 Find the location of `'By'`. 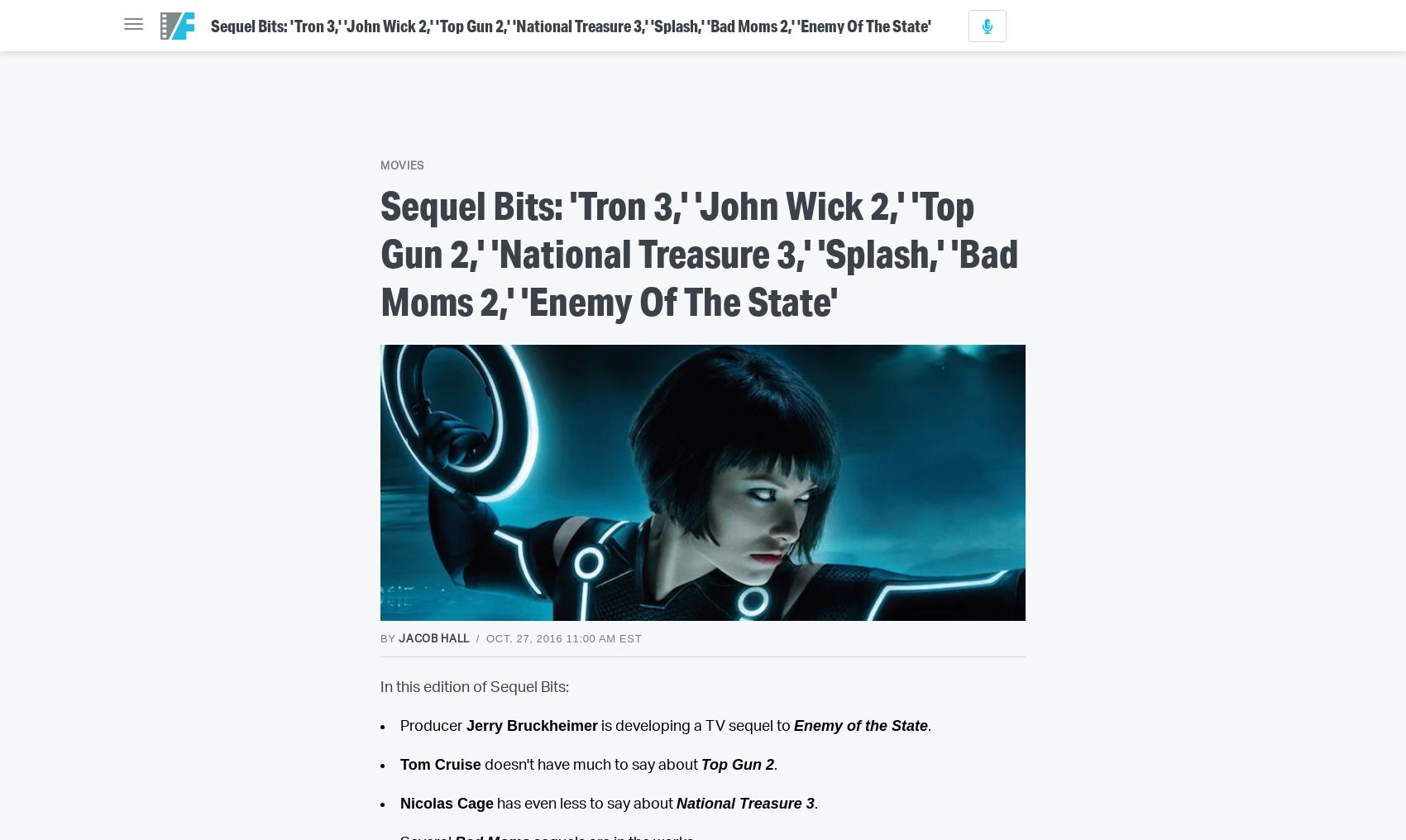

'By' is located at coordinates (388, 637).